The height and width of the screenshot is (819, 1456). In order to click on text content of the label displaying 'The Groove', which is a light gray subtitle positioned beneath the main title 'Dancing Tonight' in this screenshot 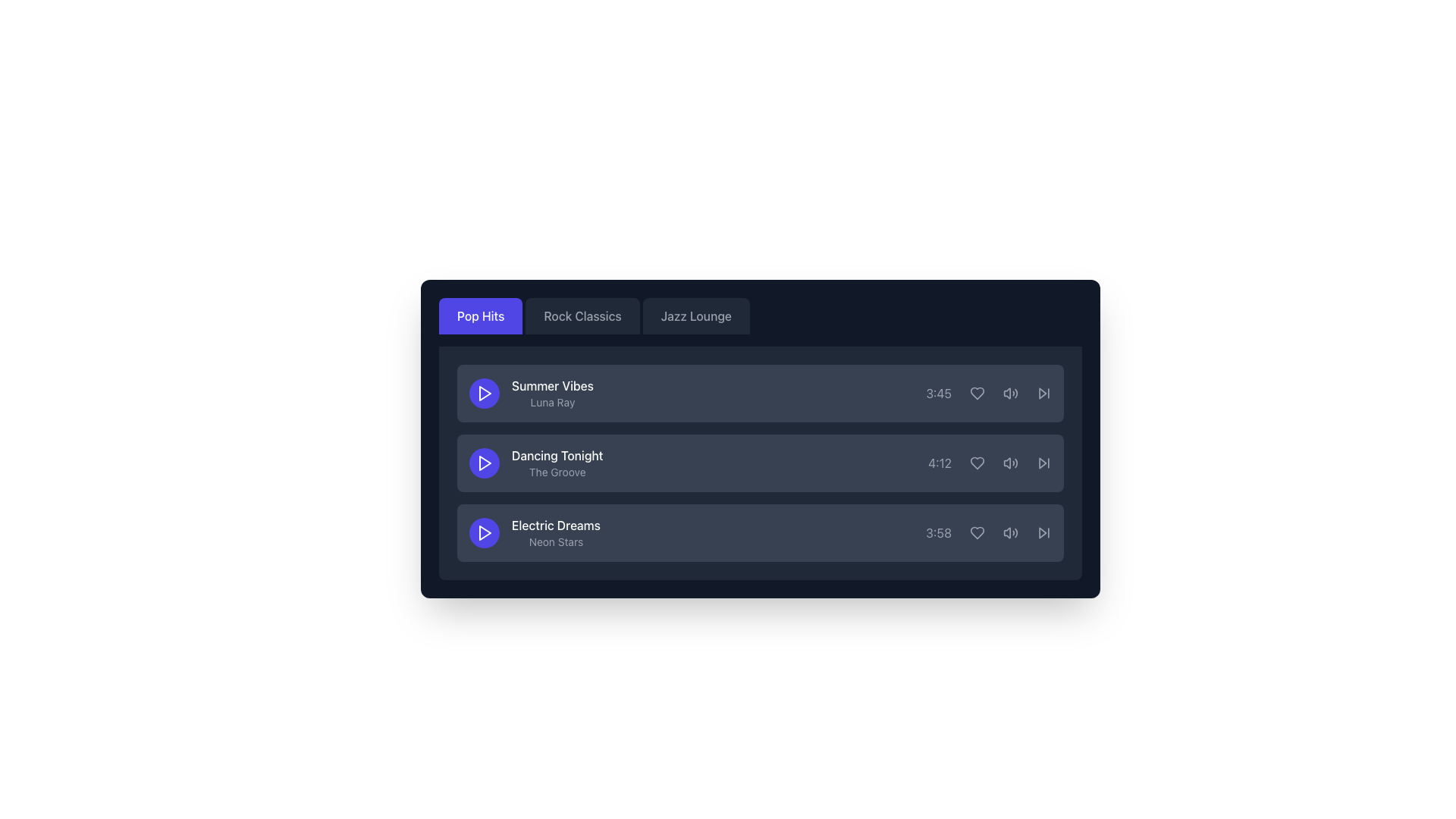, I will do `click(557, 472)`.